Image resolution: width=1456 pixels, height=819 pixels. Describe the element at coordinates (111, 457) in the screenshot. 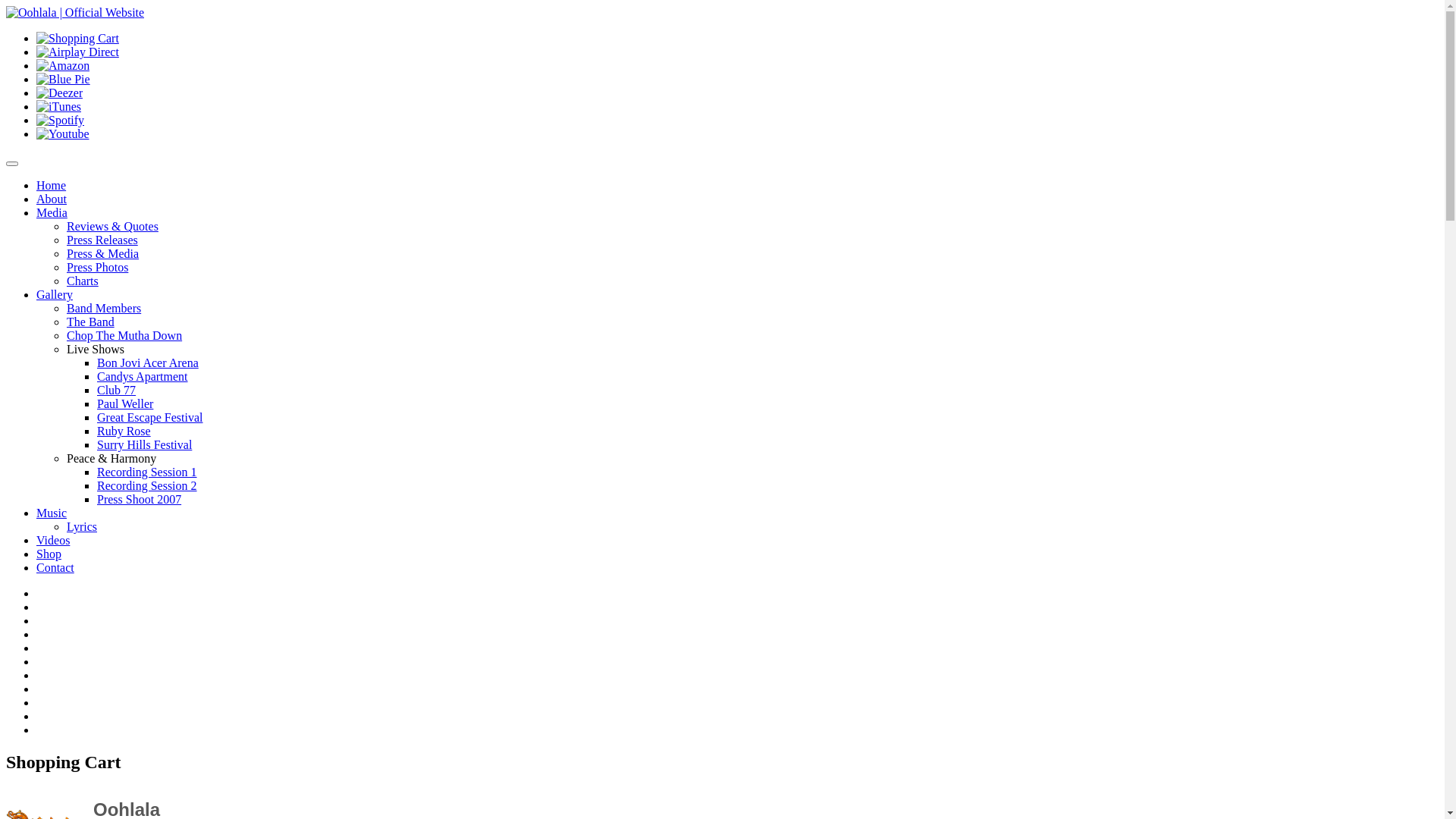

I see `'Peace & Harmony'` at that location.